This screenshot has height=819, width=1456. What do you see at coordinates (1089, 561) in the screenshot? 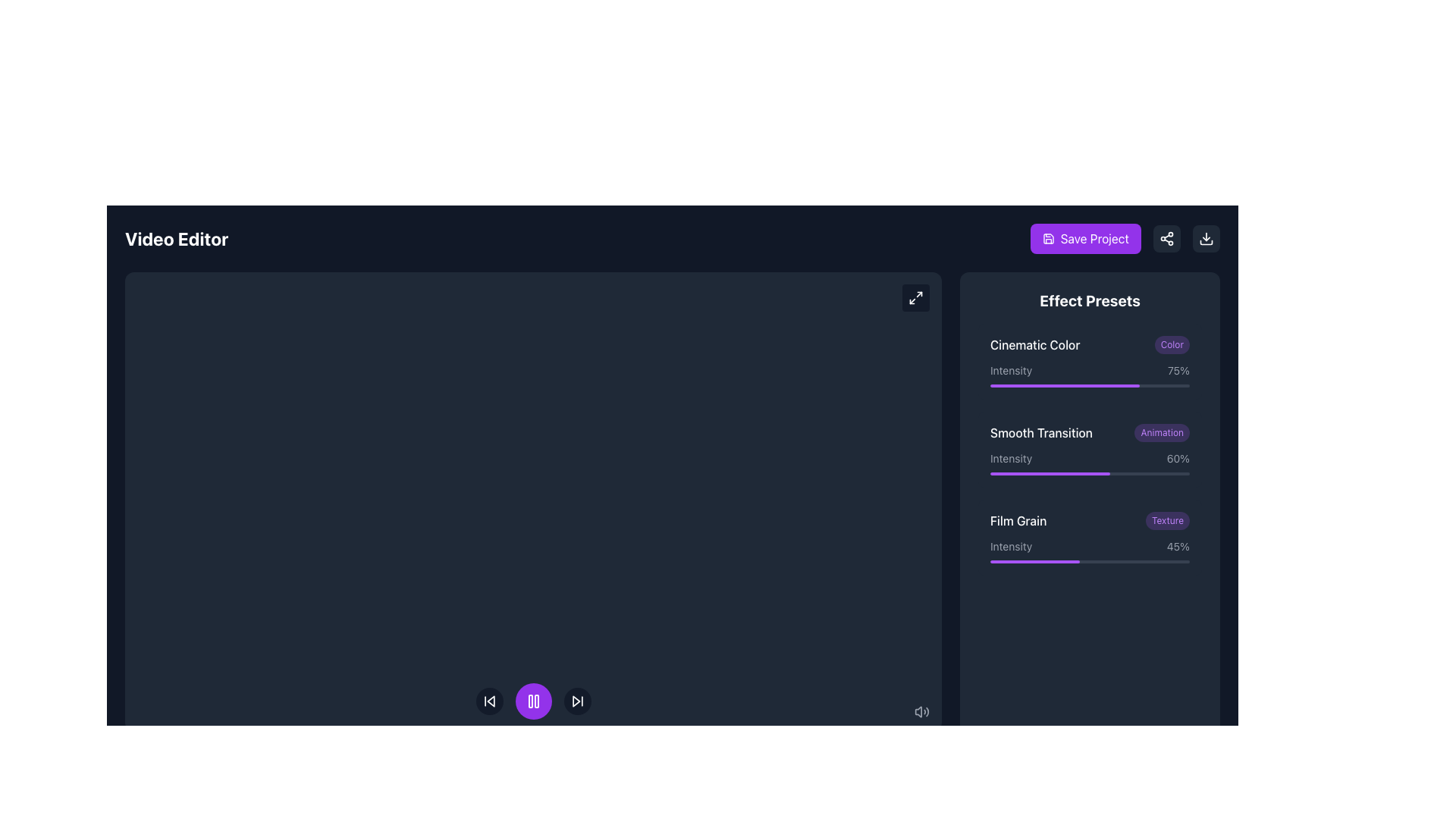
I see `horizontal progress bar representing 45% value in the 'Film Grain' intensity row within the 'Effect Presets' panel` at bounding box center [1089, 561].